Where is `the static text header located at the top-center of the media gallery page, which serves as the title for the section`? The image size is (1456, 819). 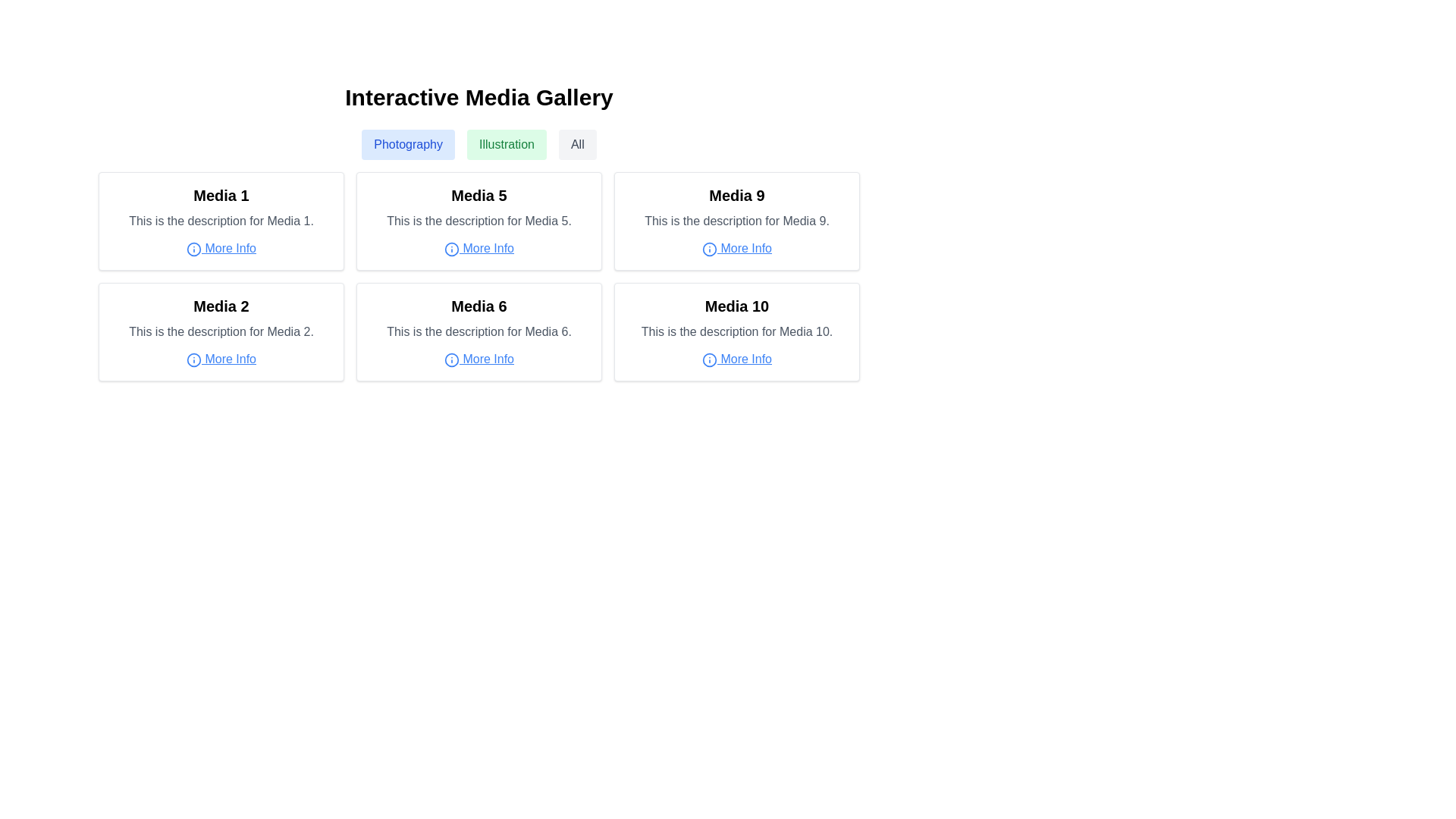
the static text header located at the top-center of the media gallery page, which serves as the title for the section is located at coordinates (479, 97).